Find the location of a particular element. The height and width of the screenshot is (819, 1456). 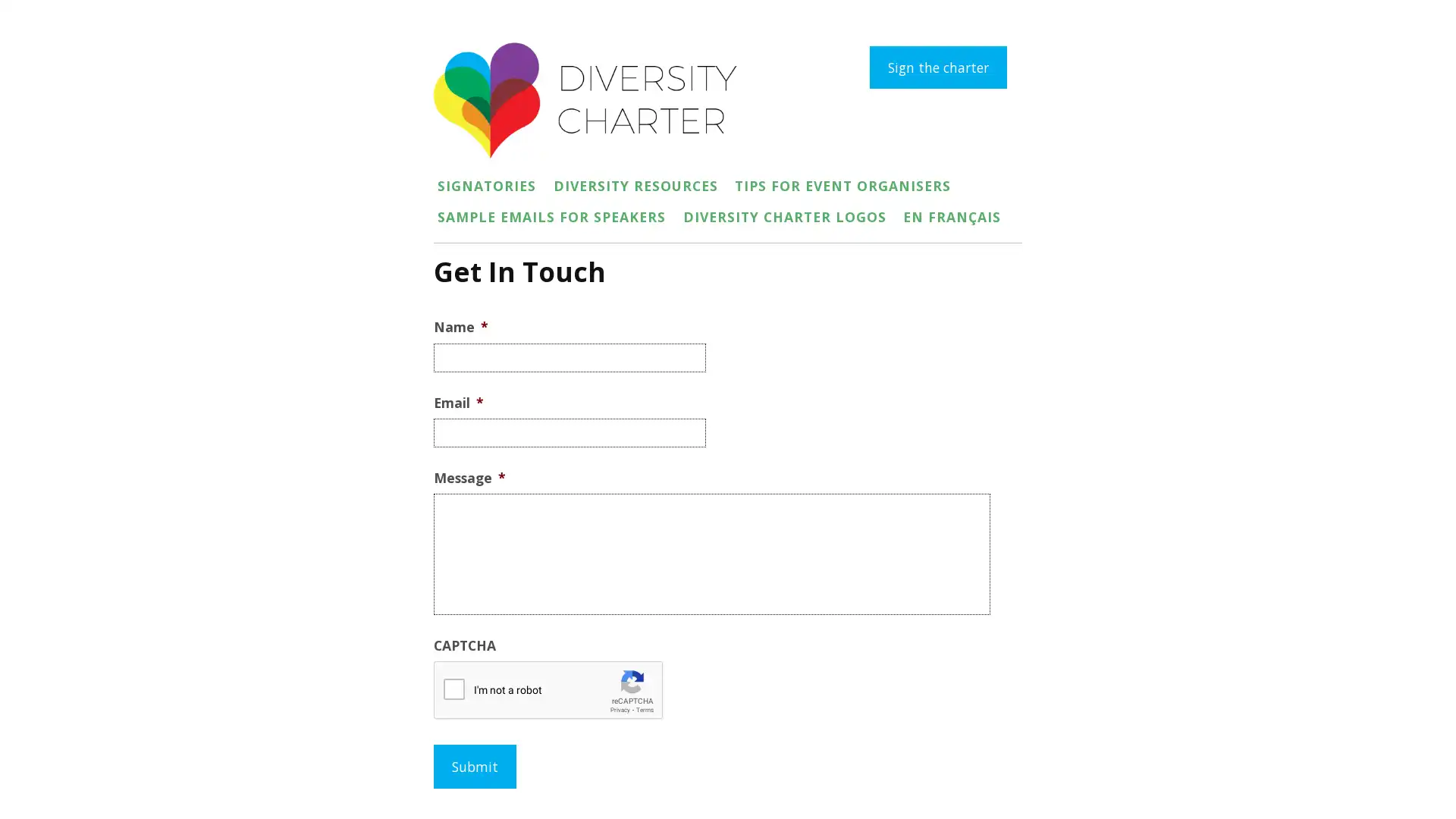

Submit is located at coordinates (474, 766).